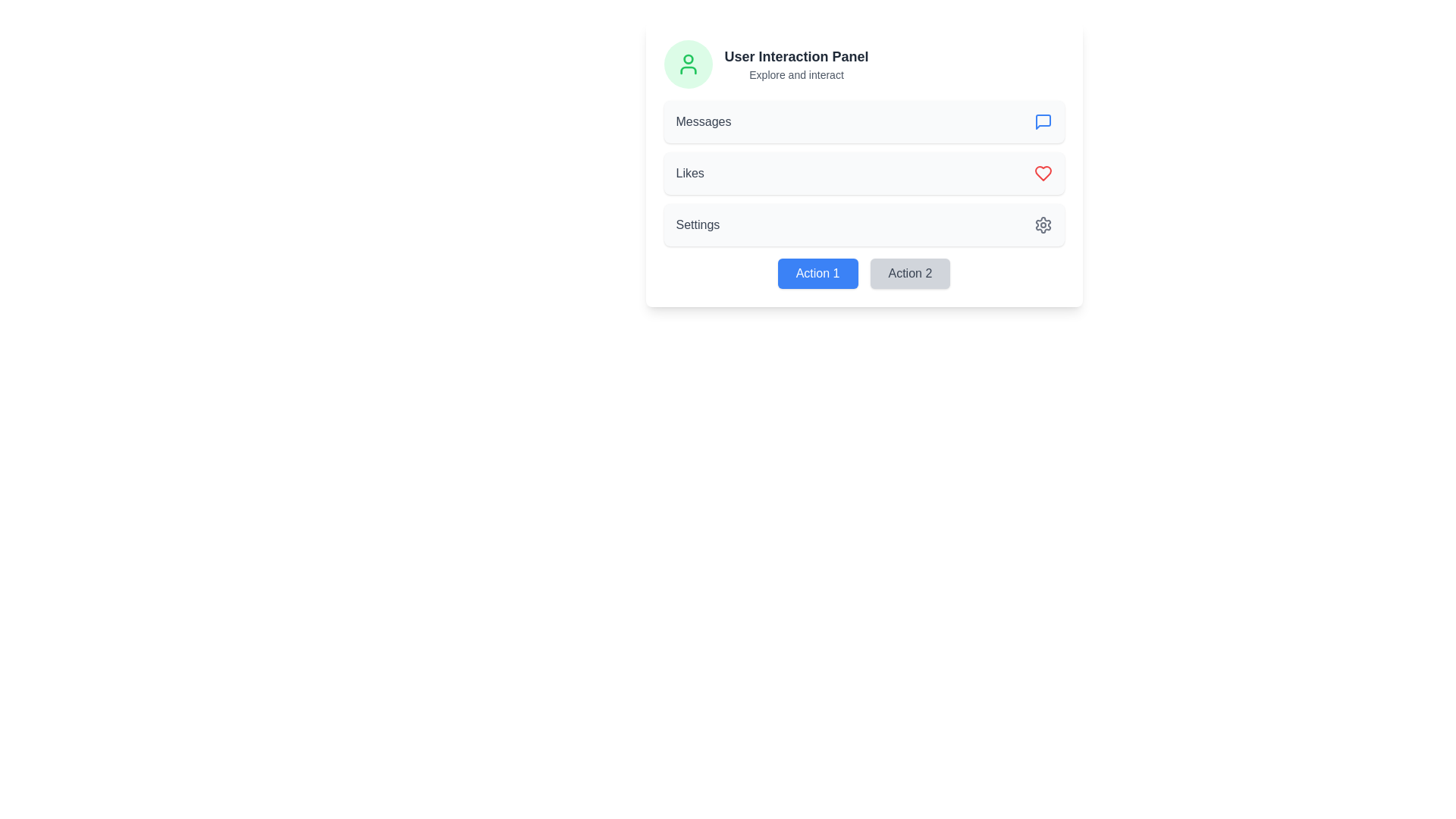 The height and width of the screenshot is (819, 1456). I want to click on the 'Messages' text label, which is displayed in medium gray font and is part of a user interface panel, positioned above the 'Likes' and 'Settings' options, so click(702, 121).